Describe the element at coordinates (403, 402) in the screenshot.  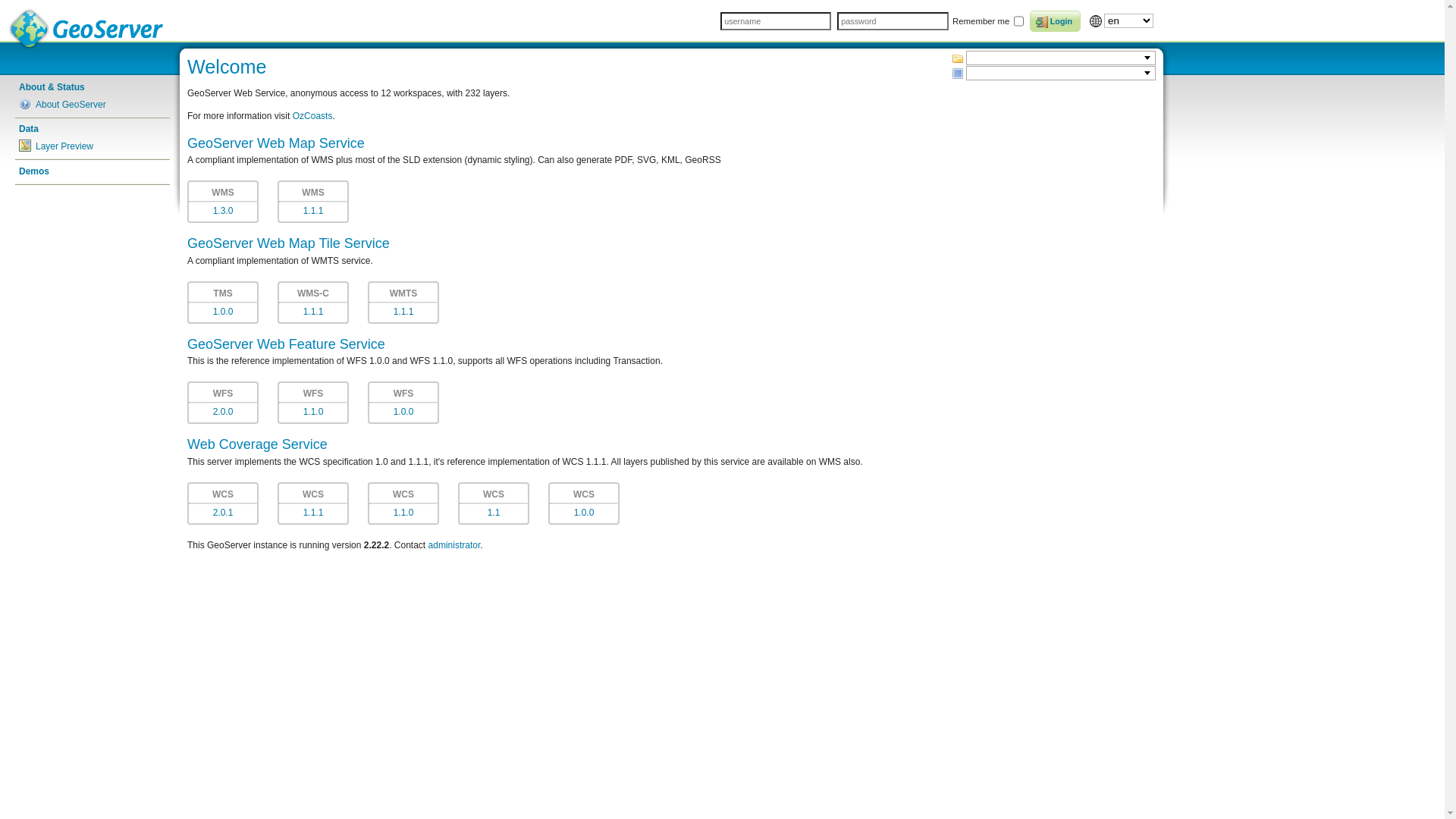
I see `'WFS` at that location.